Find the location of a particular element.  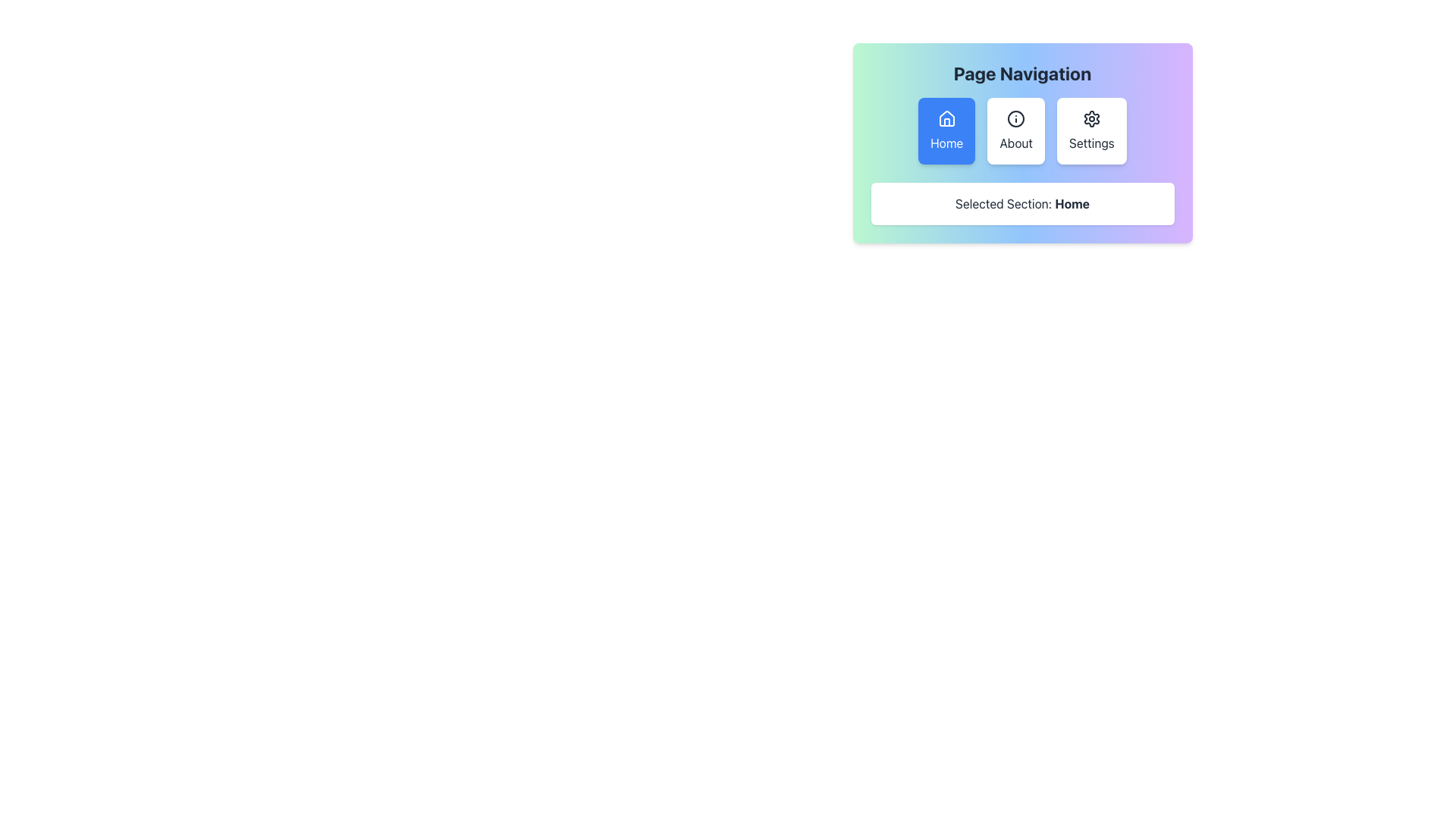

text label displaying 'Settings', located at the bottom of the settings button within the navigation bar, positioned to the far right of three horizontally aligned buttons is located at coordinates (1090, 143).